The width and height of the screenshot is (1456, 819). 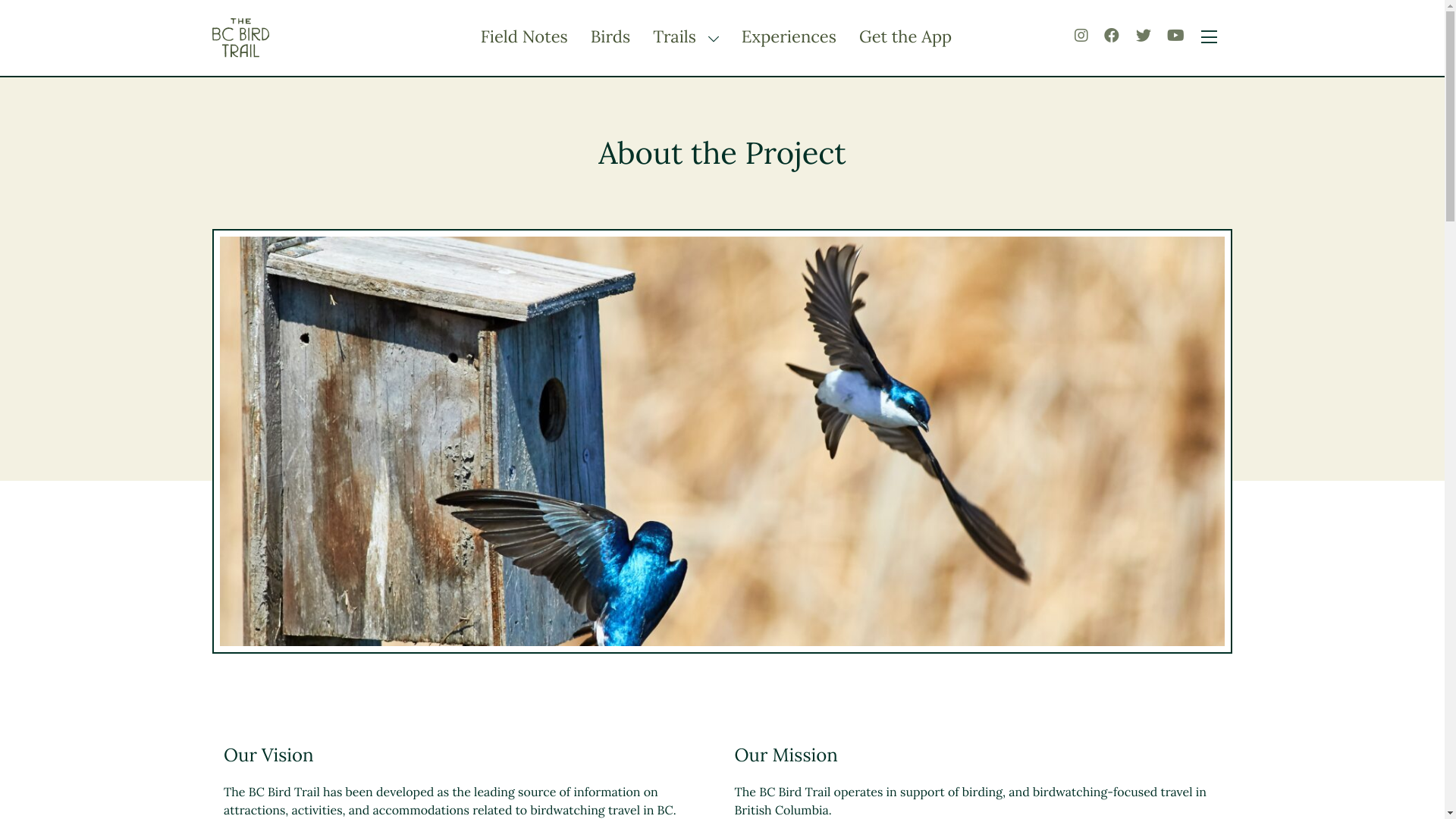 What do you see at coordinates (1143, 35) in the screenshot?
I see `'BC Bird Trail Twitter Account'` at bounding box center [1143, 35].